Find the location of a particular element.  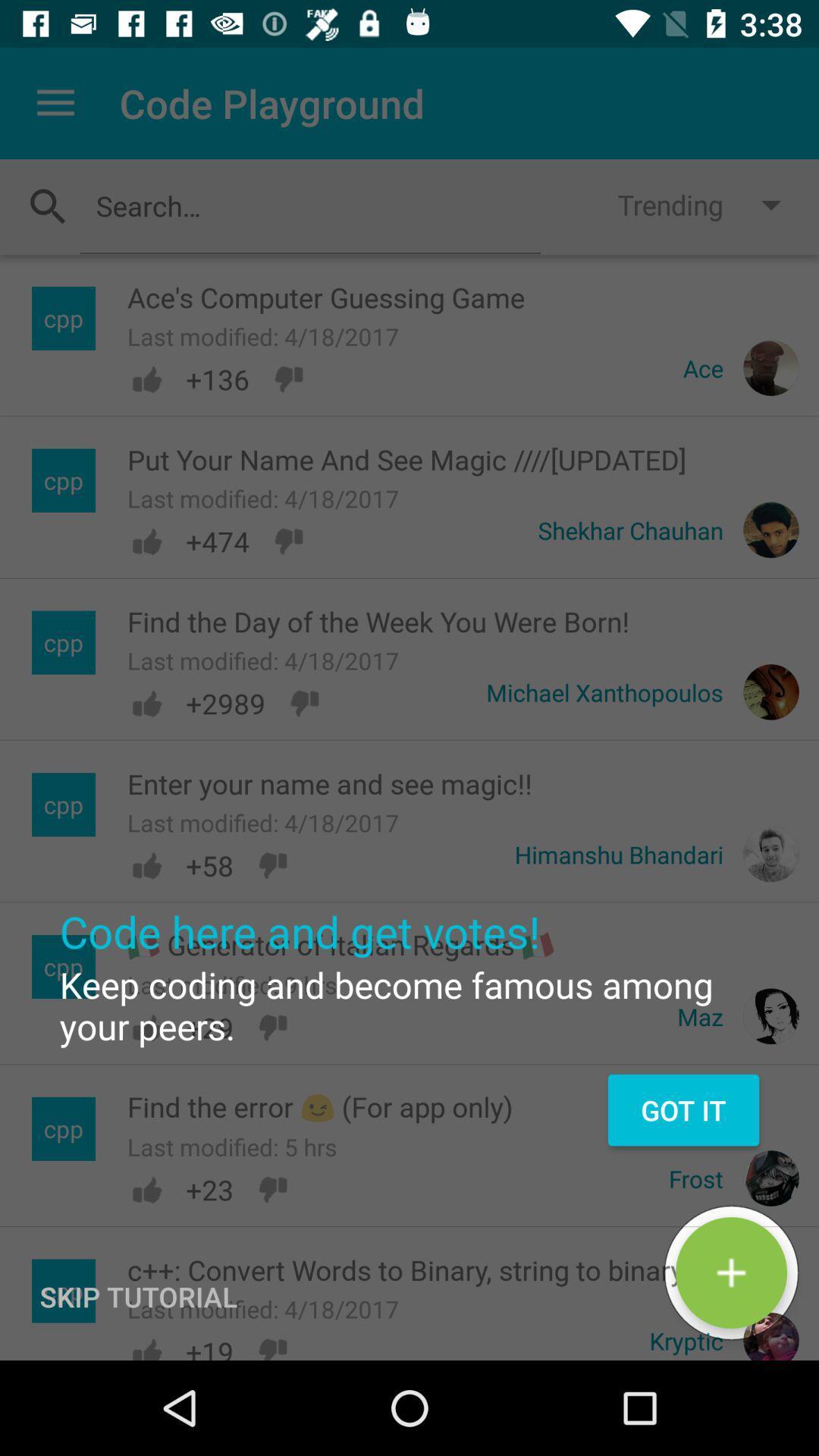

the image which is right to the shekhar chauhan is located at coordinates (771, 530).